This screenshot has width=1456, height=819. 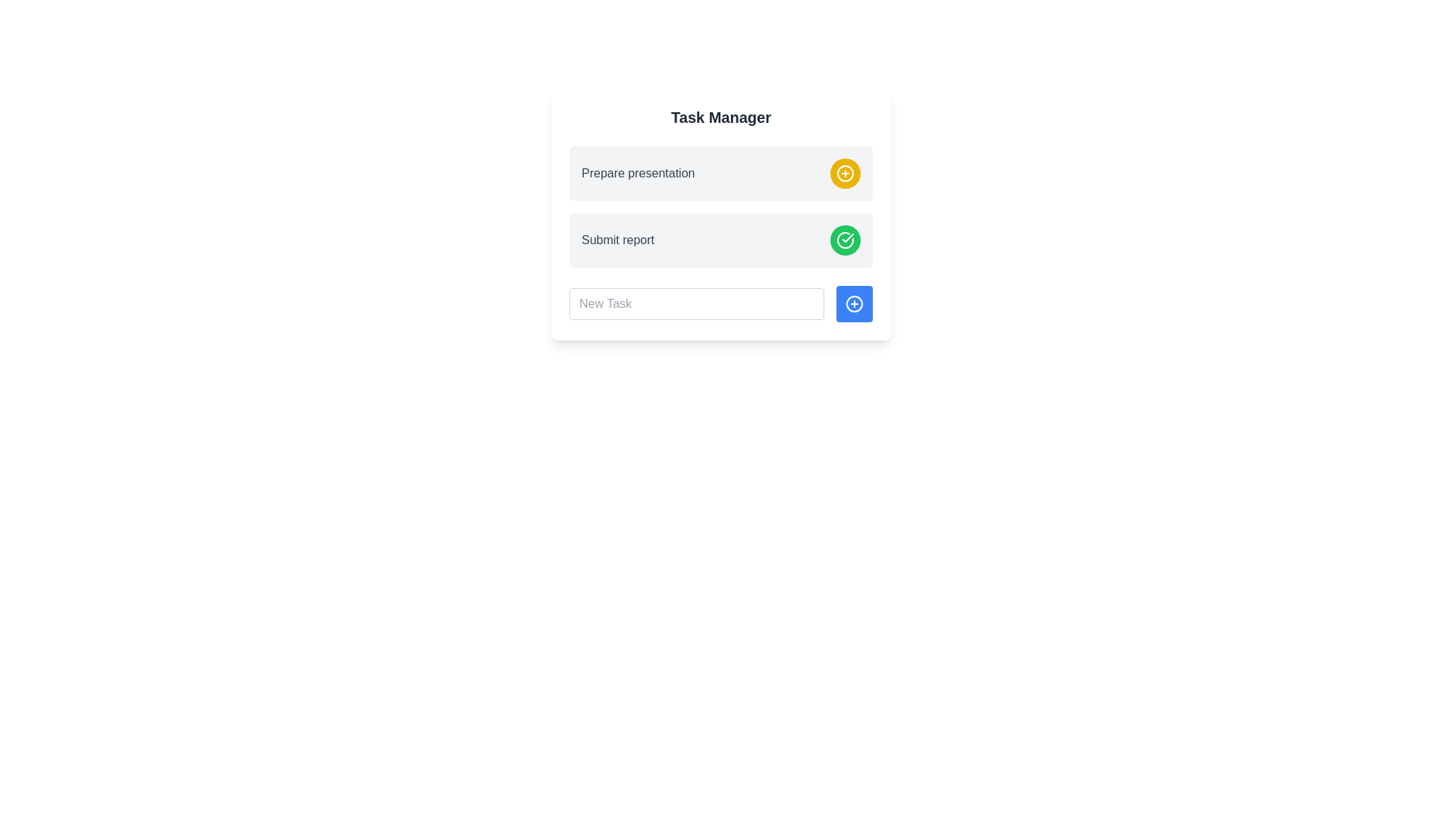 I want to click on the action button located in the bottom right corner of the 'Submit report' section, so click(x=844, y=239).